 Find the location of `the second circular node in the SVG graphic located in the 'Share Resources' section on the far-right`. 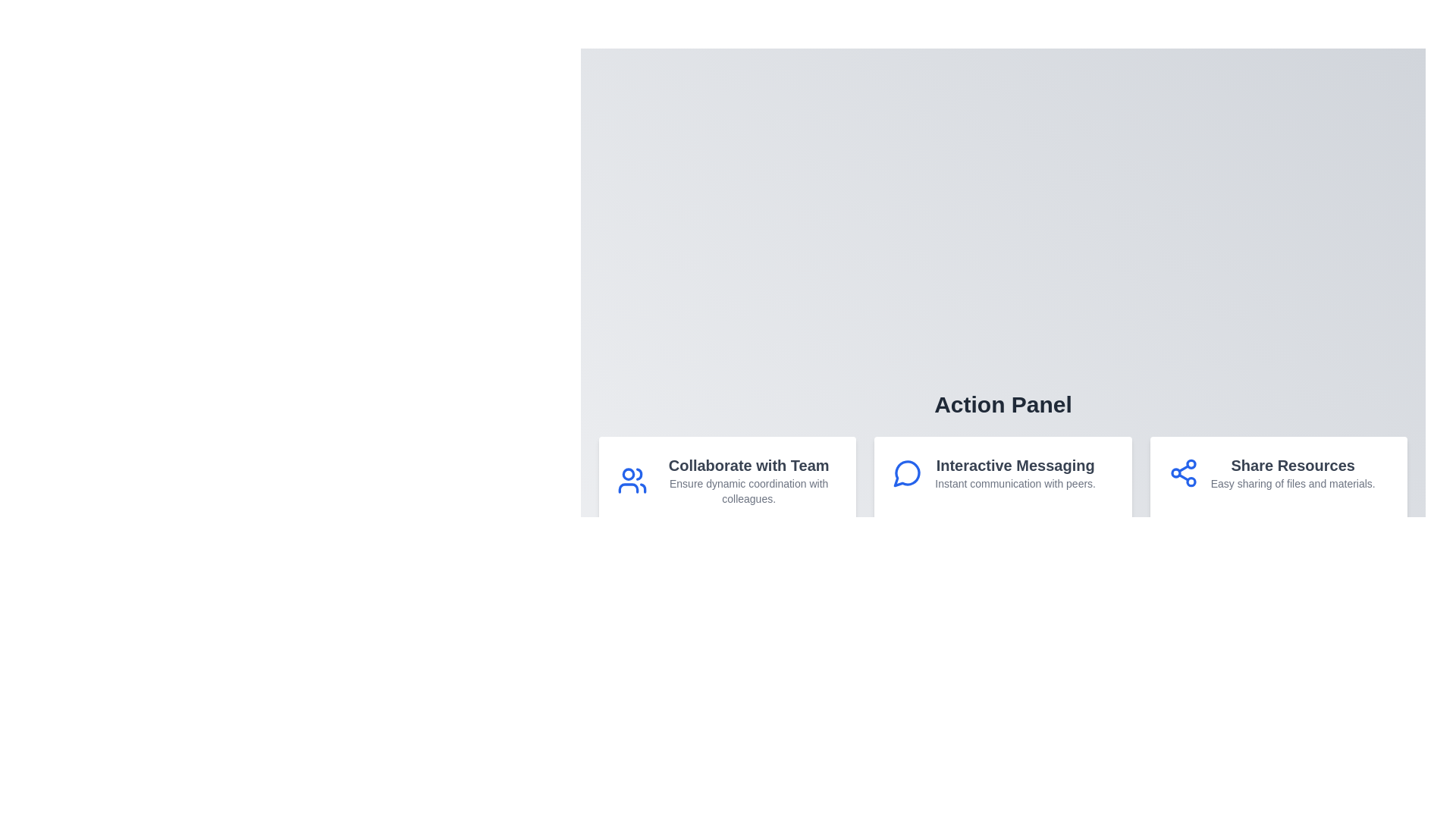

the second circular node in the SVG graphic located in the 'Share Resources' section on the far-right is located at coordinates (1175, 472).